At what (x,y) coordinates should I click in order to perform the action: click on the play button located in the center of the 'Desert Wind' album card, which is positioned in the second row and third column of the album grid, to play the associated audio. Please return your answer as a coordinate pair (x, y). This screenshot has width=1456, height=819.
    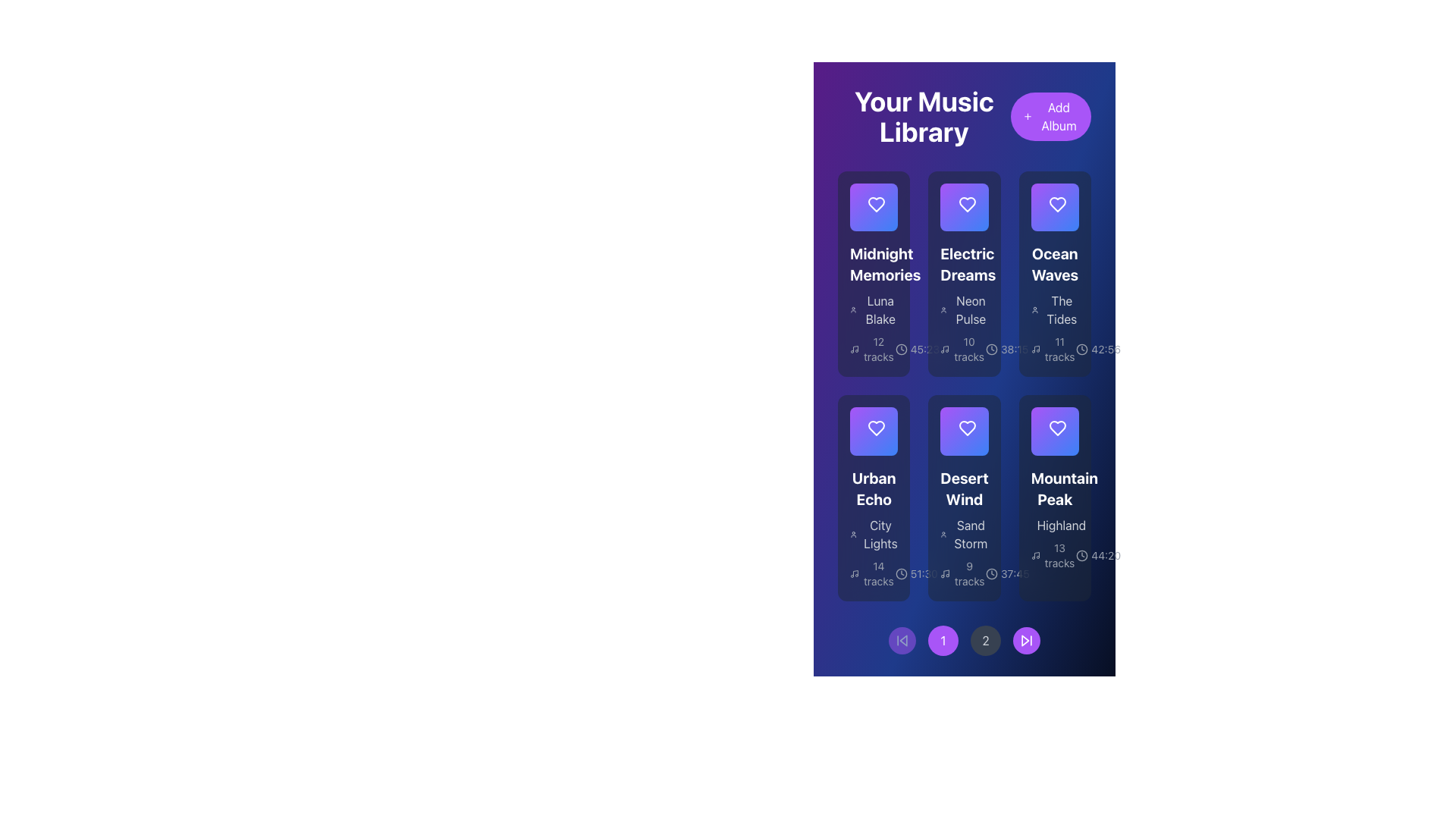
    Looking at the image, I should click on (964, 431).